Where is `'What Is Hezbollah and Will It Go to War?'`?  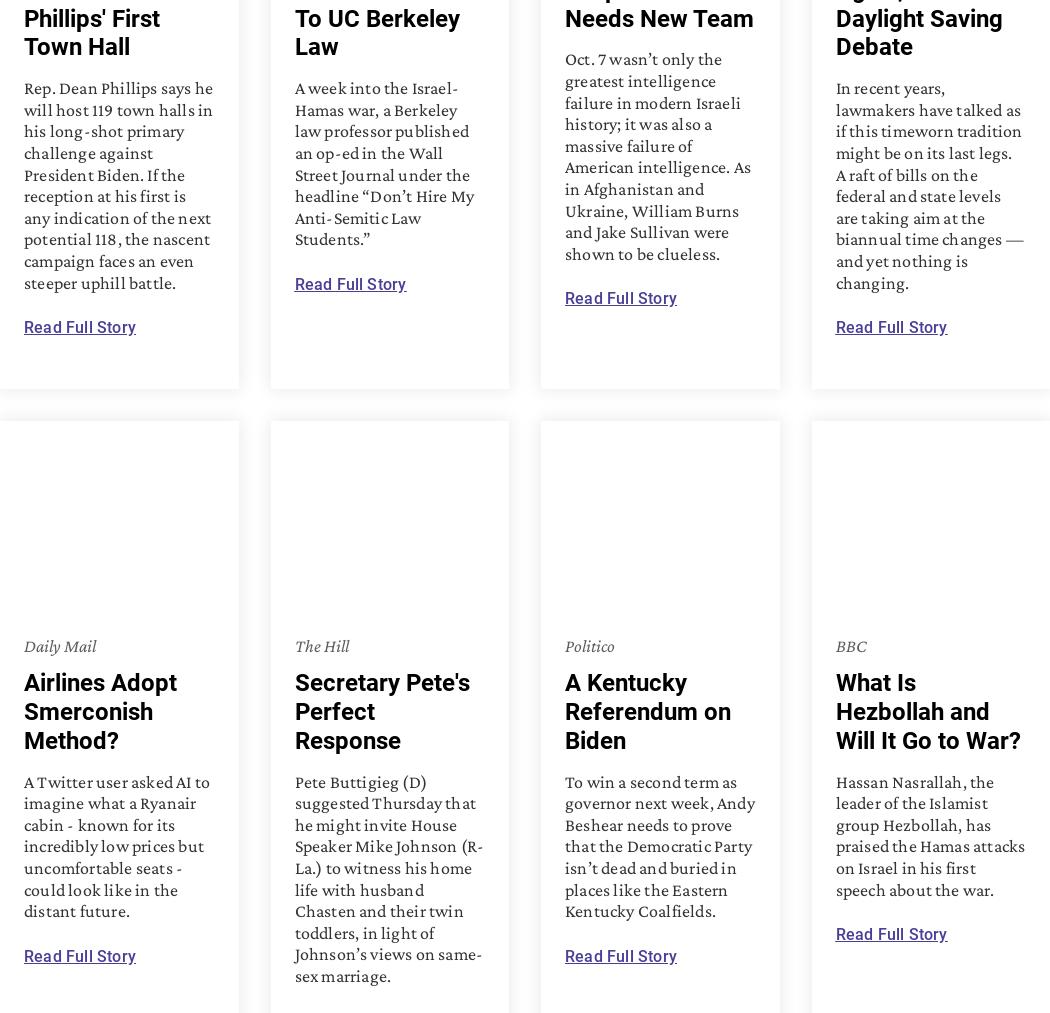
'What Is Hezbollah and Will It Go to War?' is located at coordinates (927, 711).